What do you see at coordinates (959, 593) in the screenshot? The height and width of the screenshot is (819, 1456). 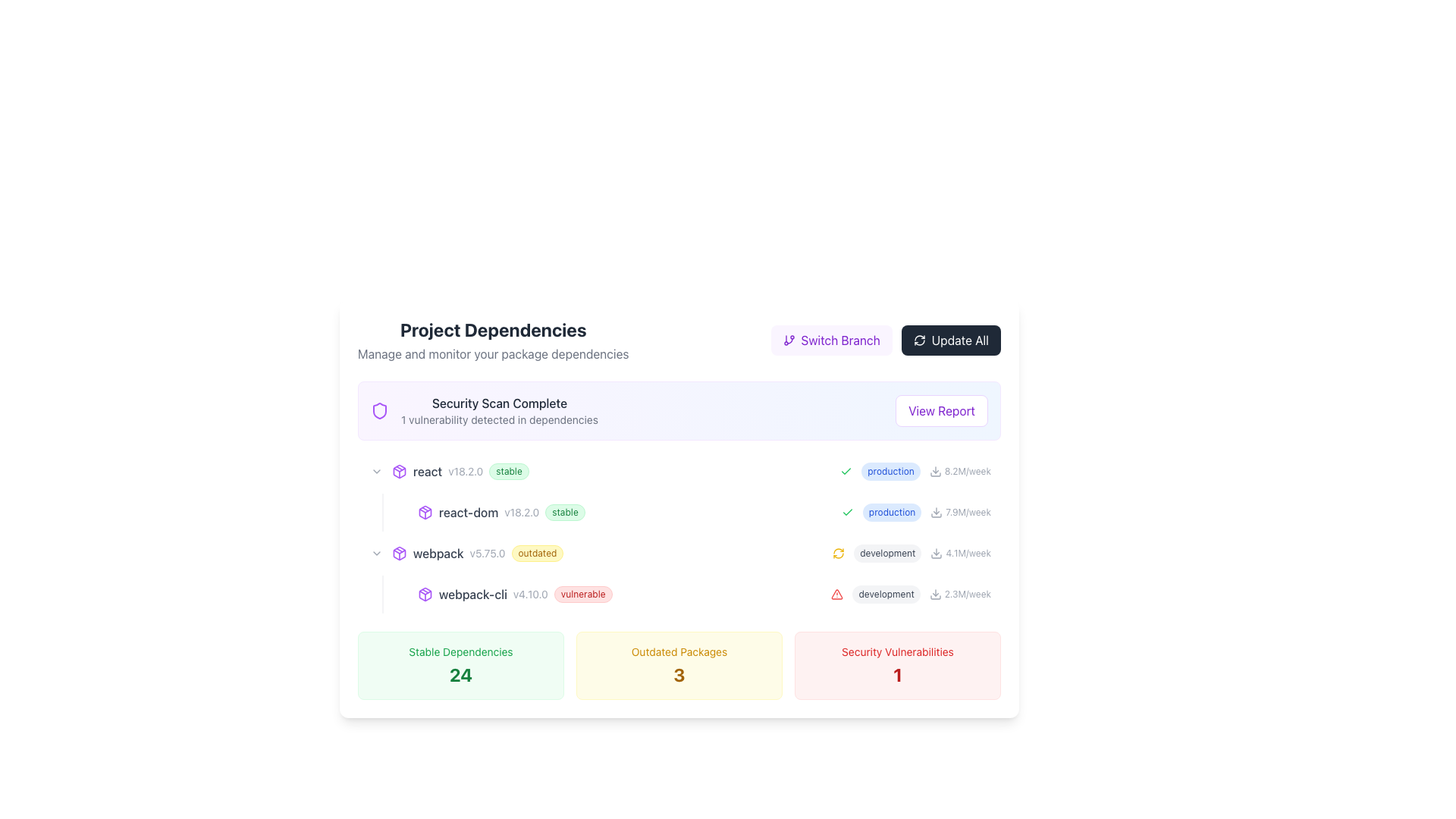 I see `the Text element displaying download statistics for the 'development' category, which is the rightmost element of its row in a table-like structure` at bounding box center [959, 593].